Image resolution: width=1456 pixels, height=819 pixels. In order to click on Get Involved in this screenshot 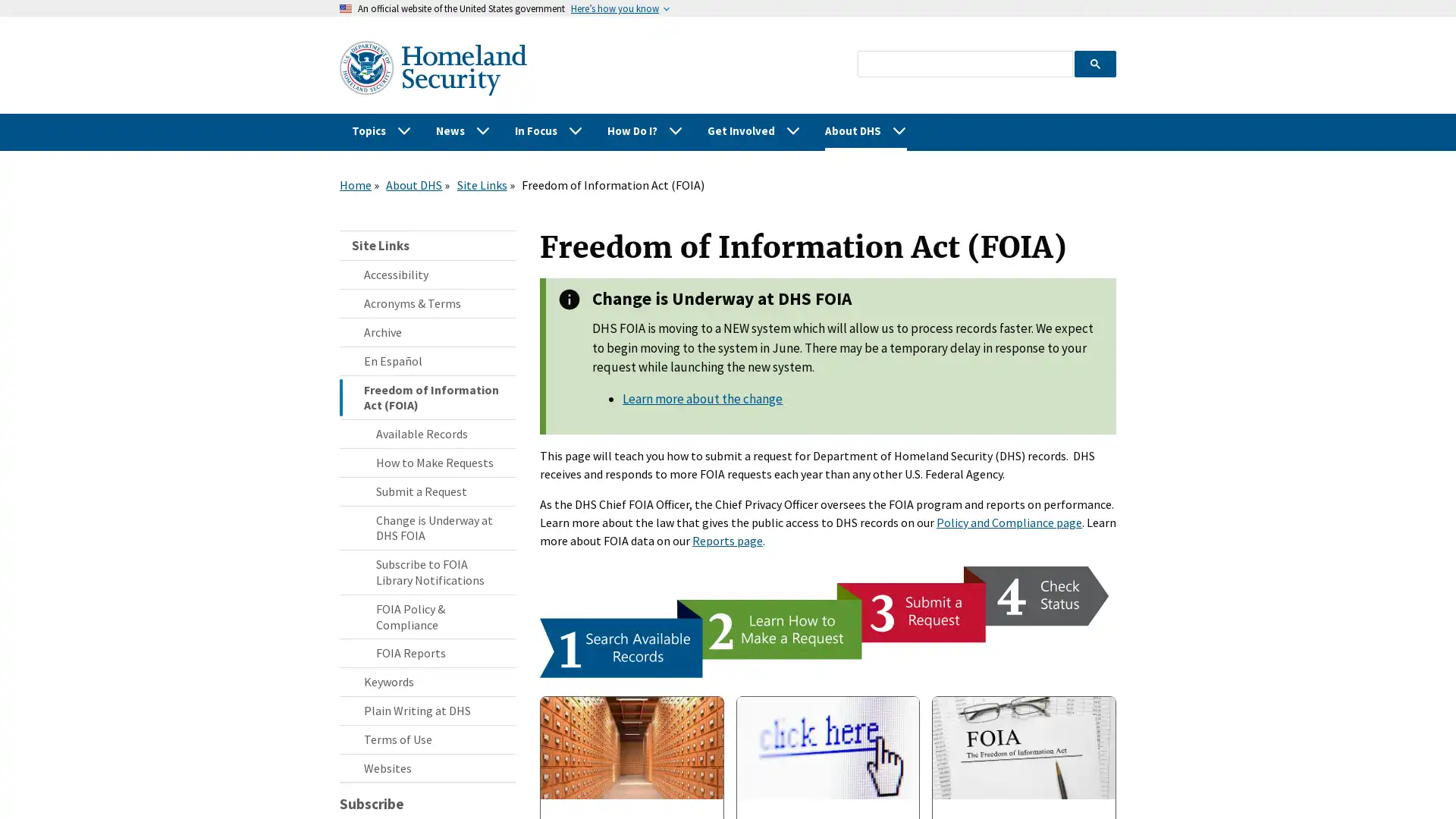, I will do `click(754, 130)`.